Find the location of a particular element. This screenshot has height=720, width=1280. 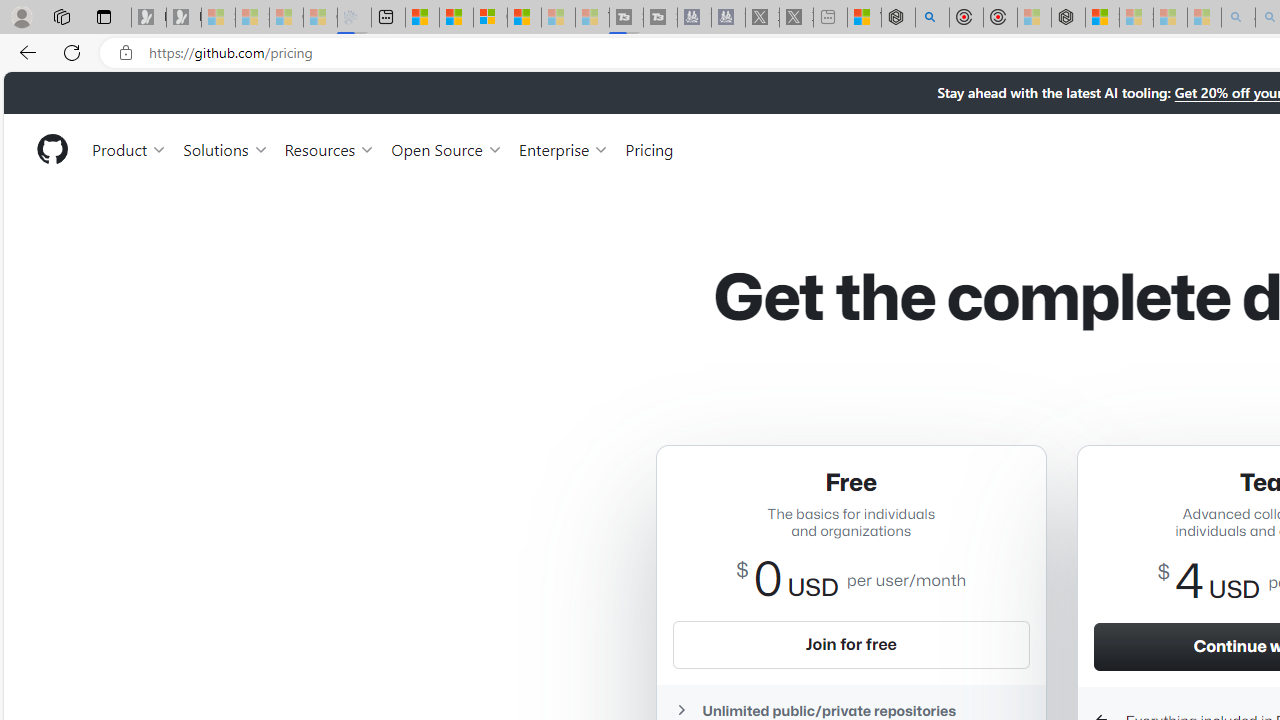

'Join for free' is located at coordinates (851, 644).